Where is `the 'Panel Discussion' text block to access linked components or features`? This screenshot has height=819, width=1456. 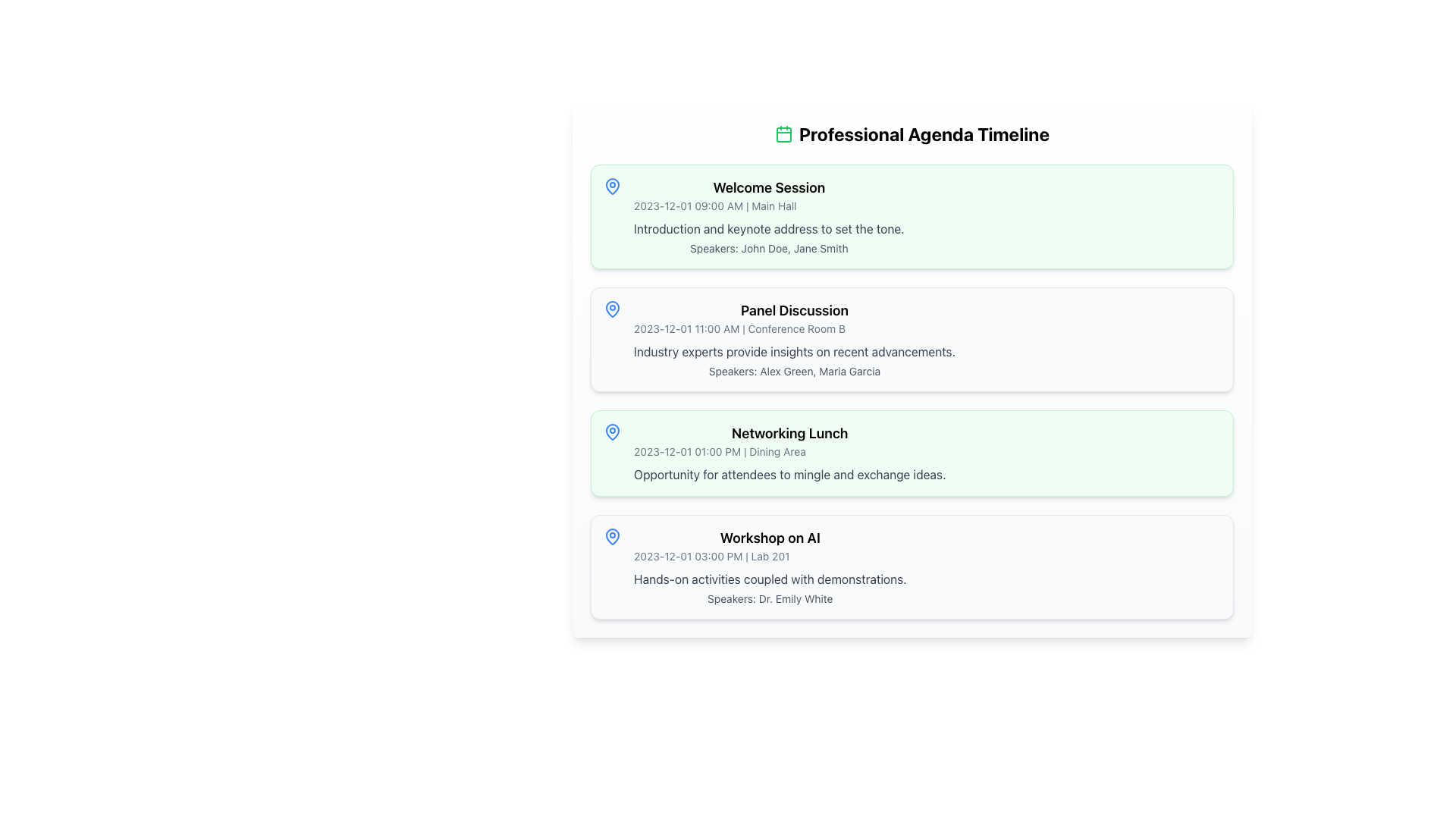 the 'Panel Discussion' text block to access linked components or features is located at coordinates (793, 338).